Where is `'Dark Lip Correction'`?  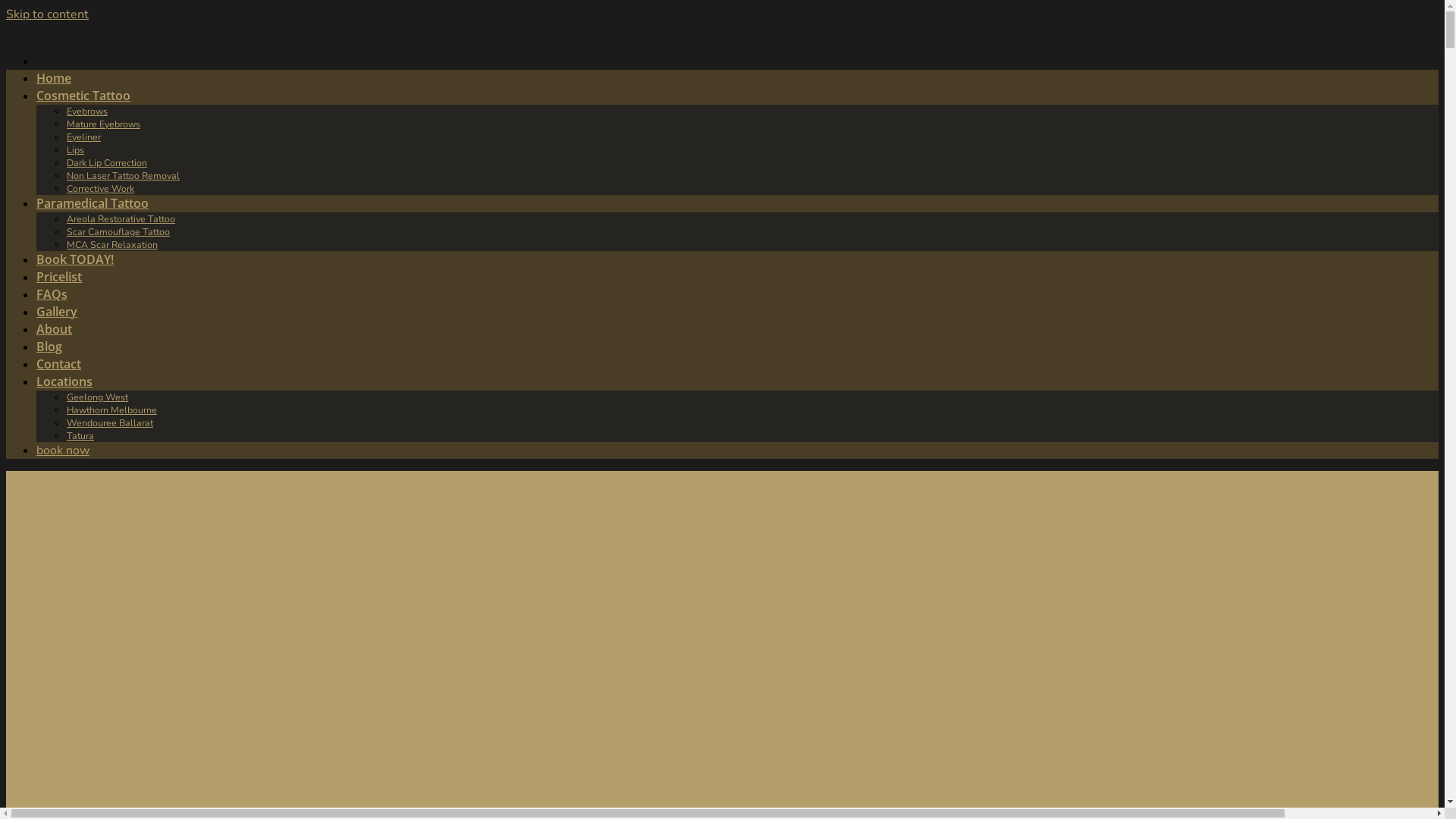
'Dark Lip Correction' is located at coordinates (105, 162).